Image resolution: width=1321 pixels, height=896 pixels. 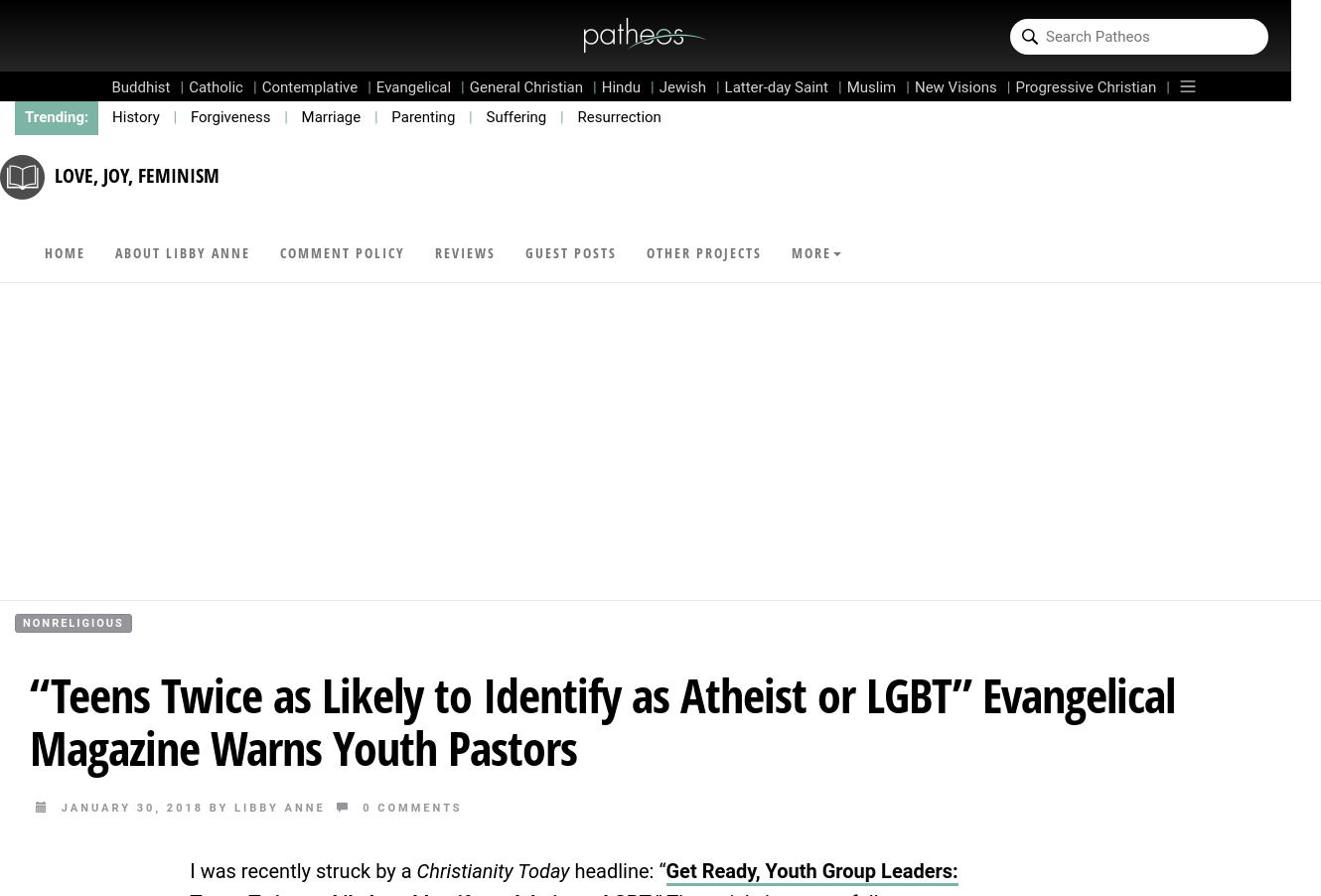 What do you see at coordinates (776, 87) in the screenshot?
I see `'Latter-day Saint'` at bounding box center [776, 87].